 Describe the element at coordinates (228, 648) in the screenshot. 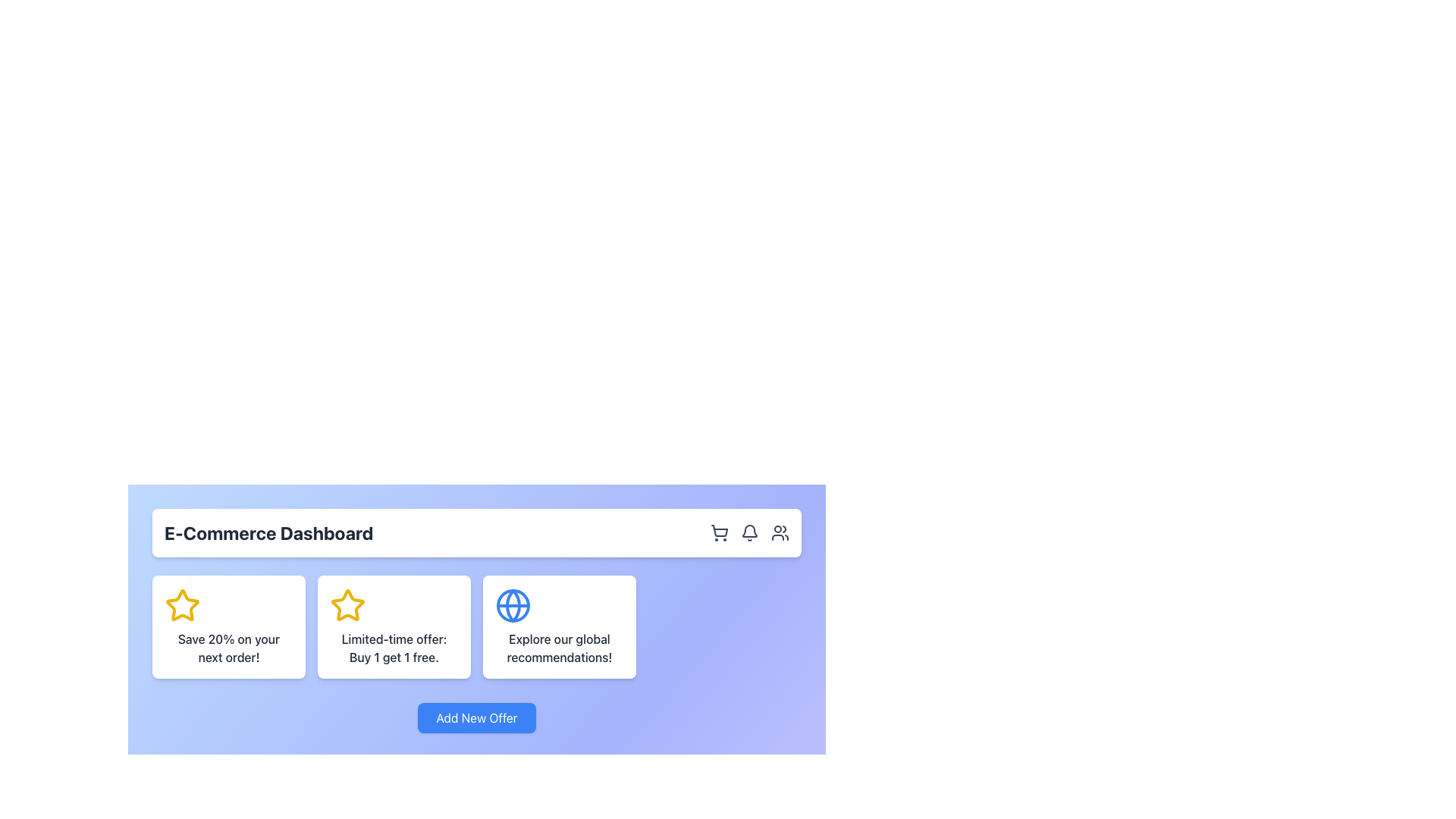

I see `the promotional text displaying 'Save 20% on your next order!' which is located at the bottom section of the first card in a horizontal card group` at that location.